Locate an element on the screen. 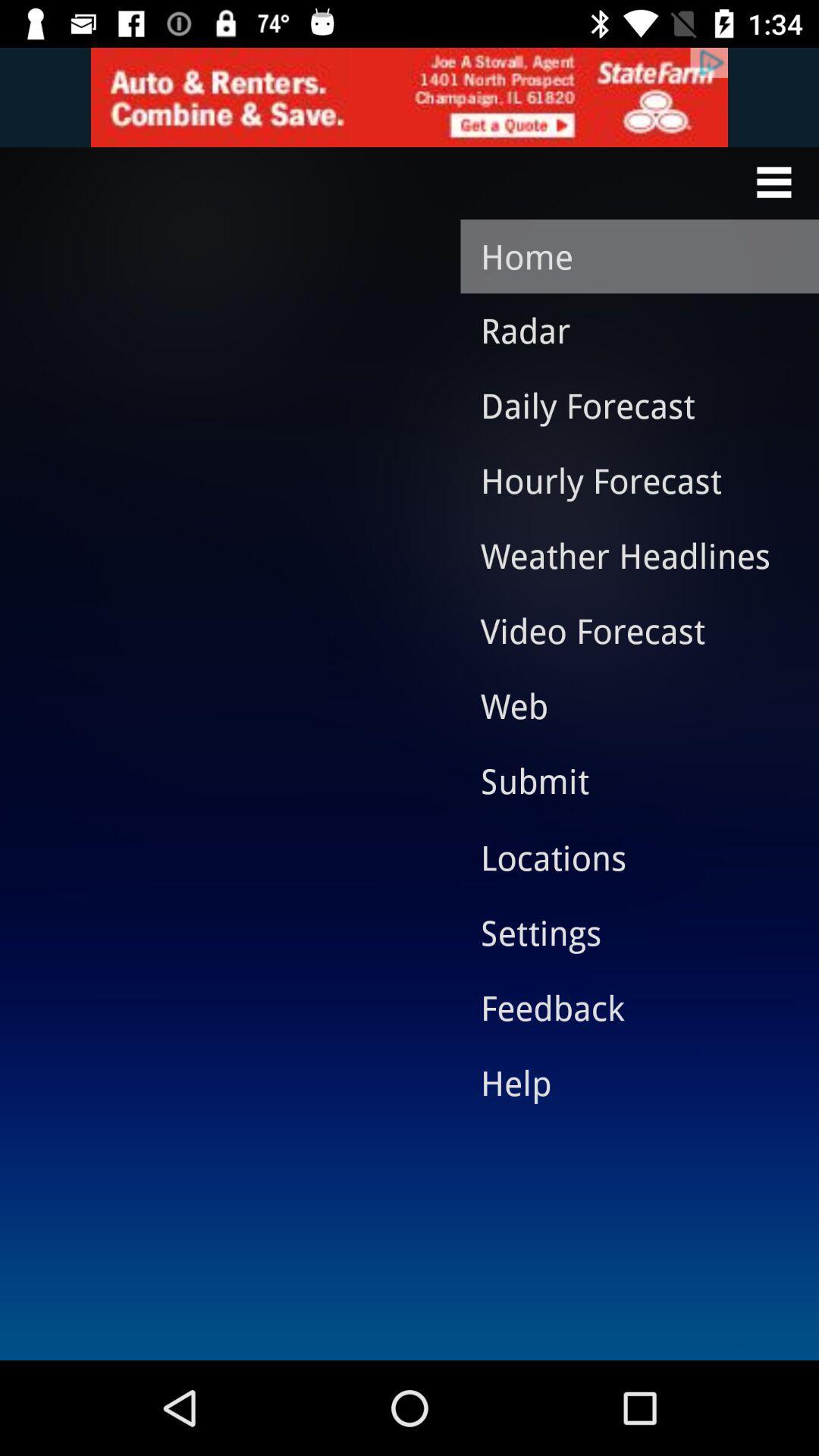 This screenshot has width=819, height=1456. advertisement for state farm is located at coordinates (409, 96).